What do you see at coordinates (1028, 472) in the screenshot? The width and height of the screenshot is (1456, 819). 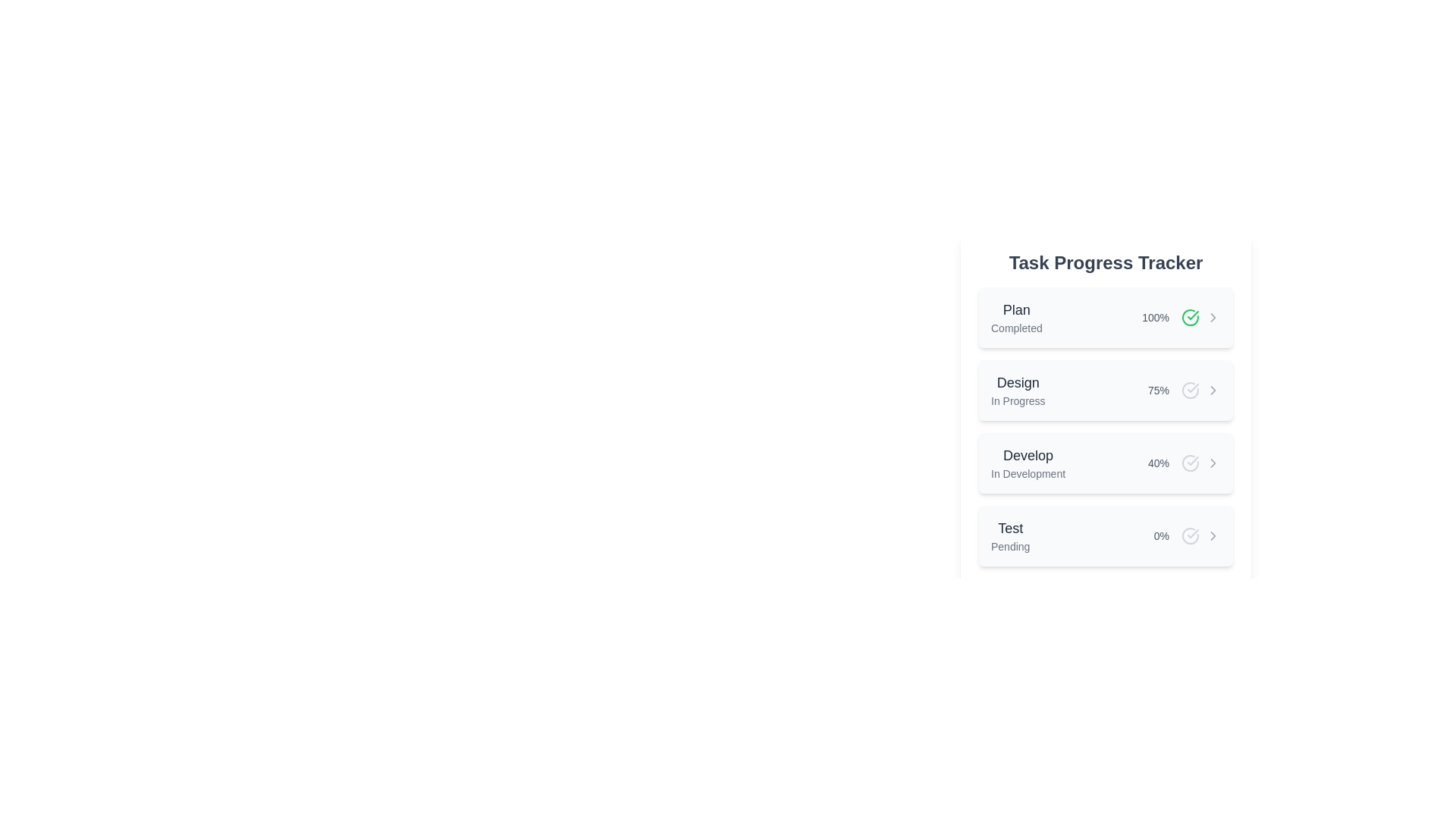 I see `text label that indicates the status of the 'Develop' task, located beneath the 'Develop' title in the 'Task Progress Tracker'` at bounding box center [1028, 472].